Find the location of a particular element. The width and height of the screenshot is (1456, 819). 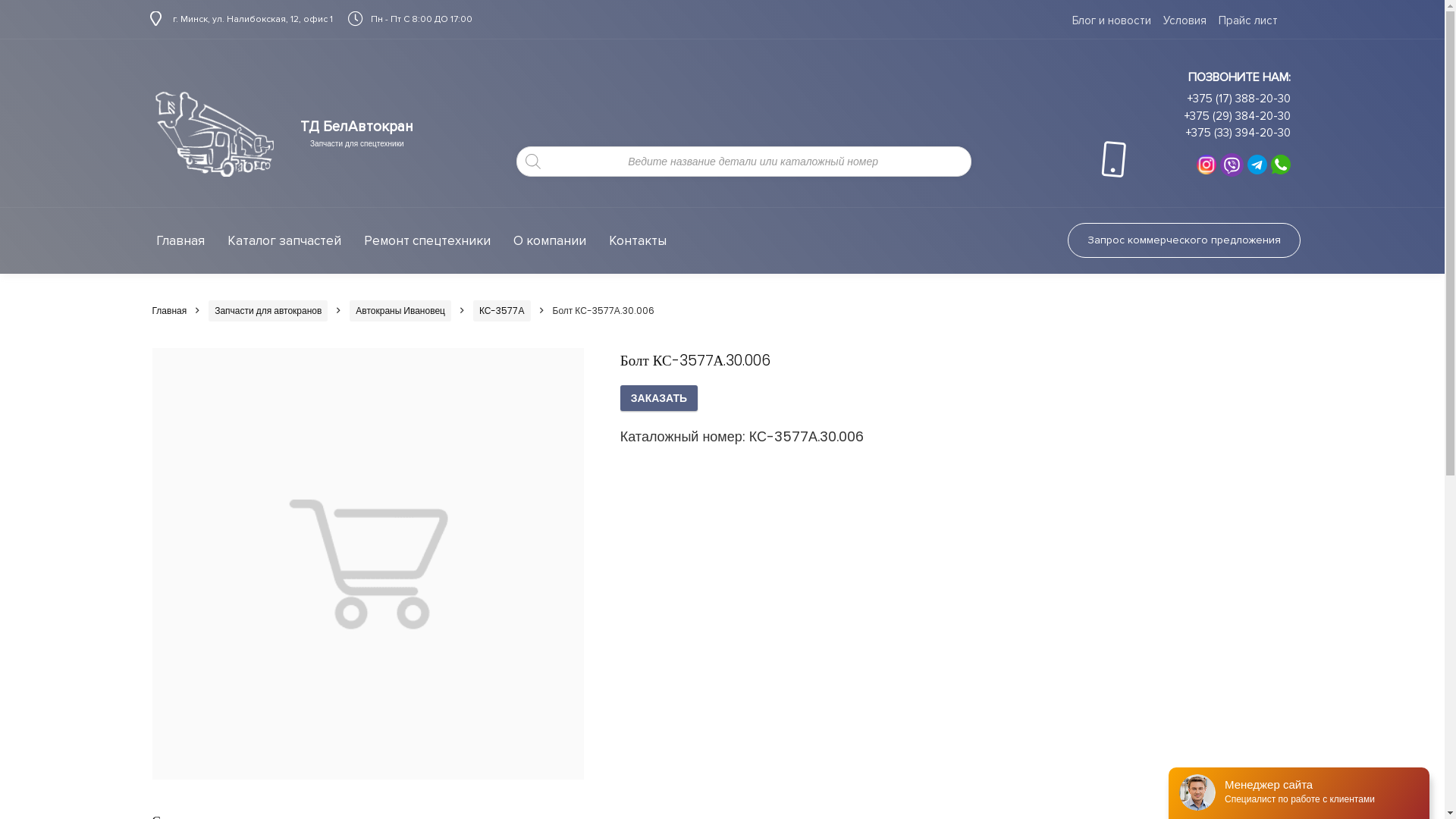

'+375 (29) 384-20-30' is located at coordinates (1183, 115).